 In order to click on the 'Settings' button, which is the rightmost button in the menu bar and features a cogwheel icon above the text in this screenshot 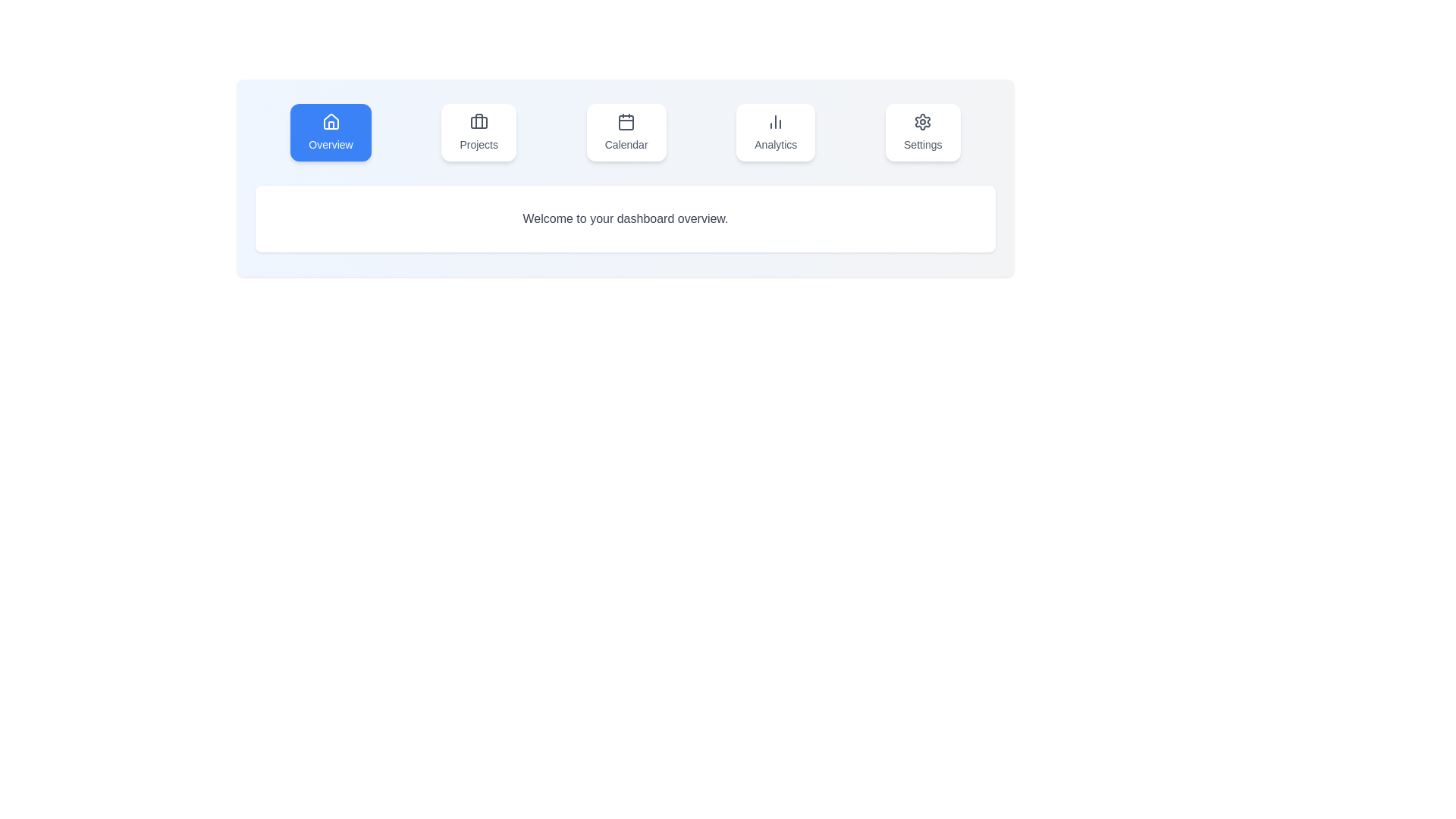, I will do `click(922, 131)`.